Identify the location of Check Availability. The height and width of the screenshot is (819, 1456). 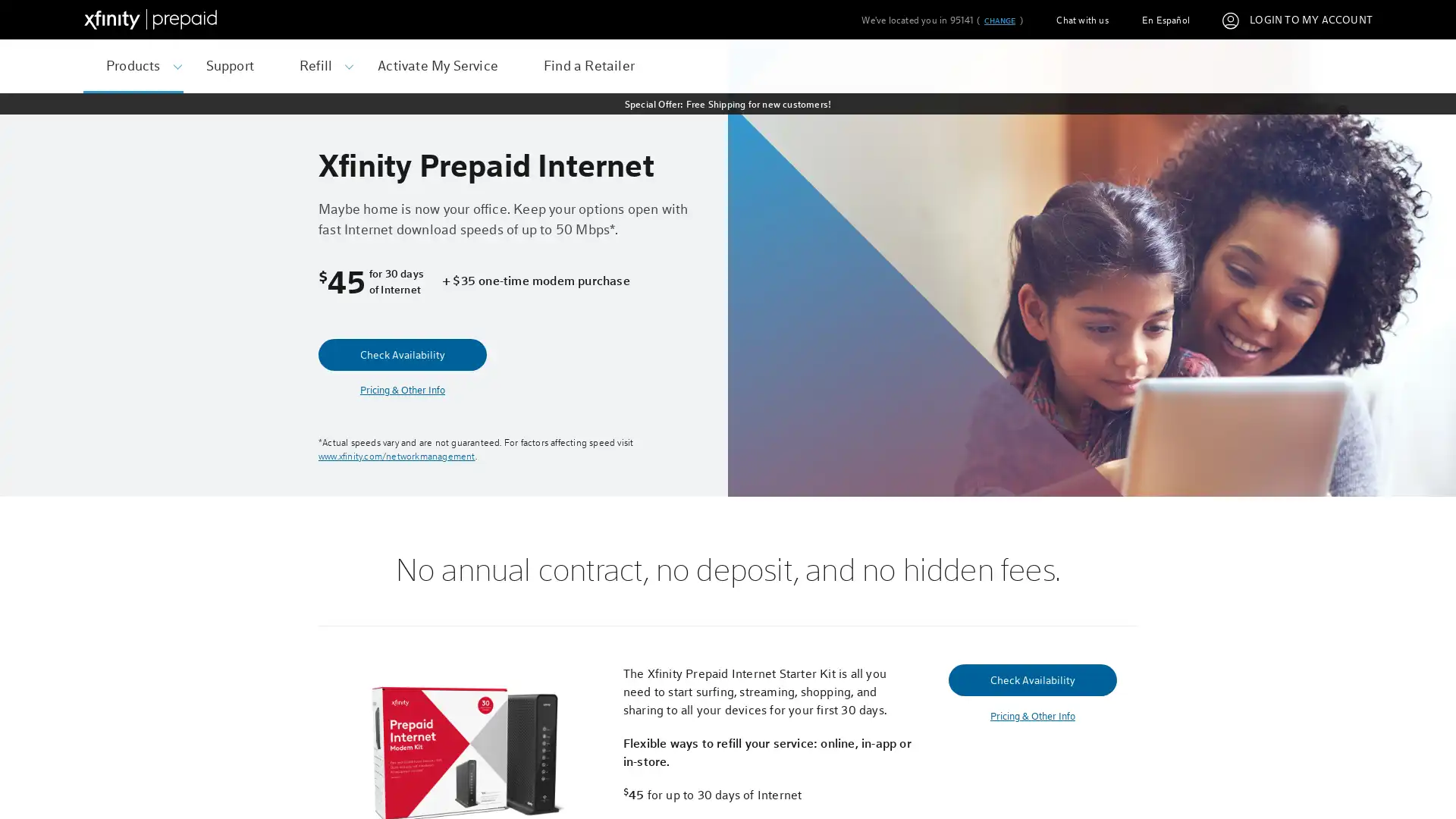
(1031, 678).